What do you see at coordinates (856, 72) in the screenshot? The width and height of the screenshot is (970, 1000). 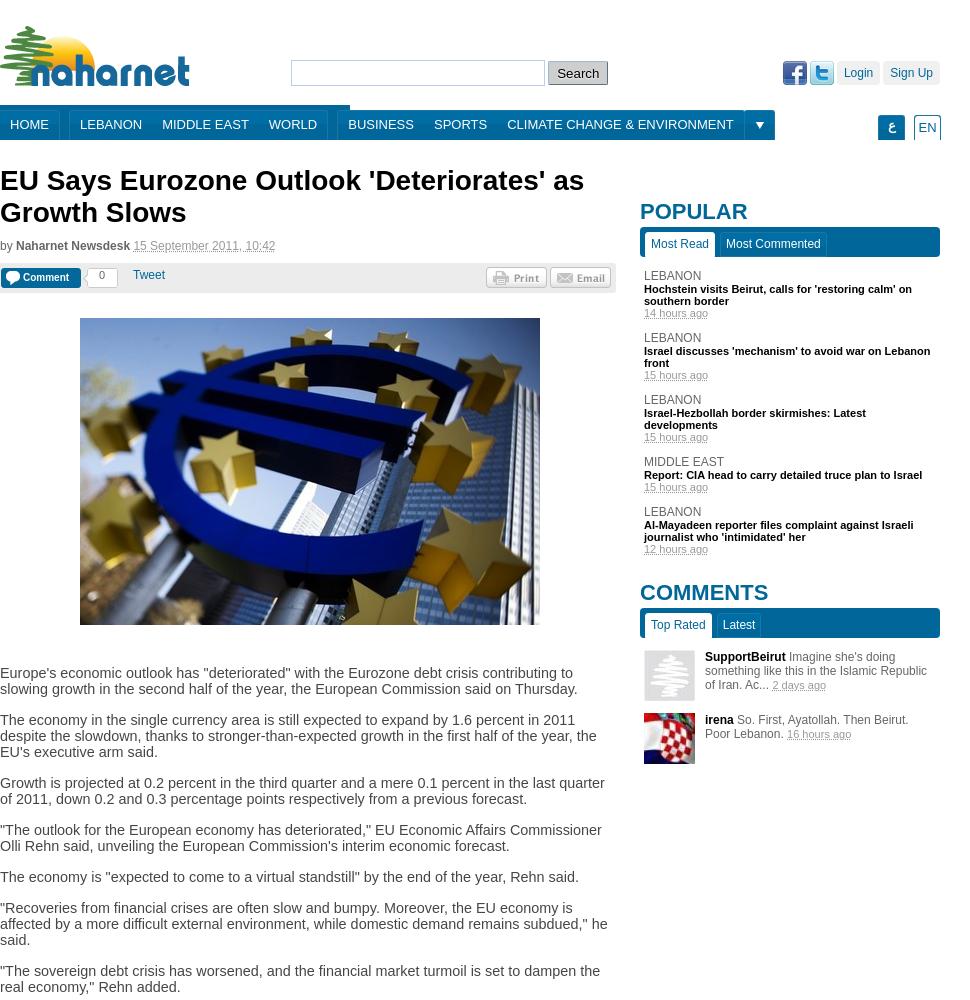 I see `'Login'` at bounding box center [856, 72].